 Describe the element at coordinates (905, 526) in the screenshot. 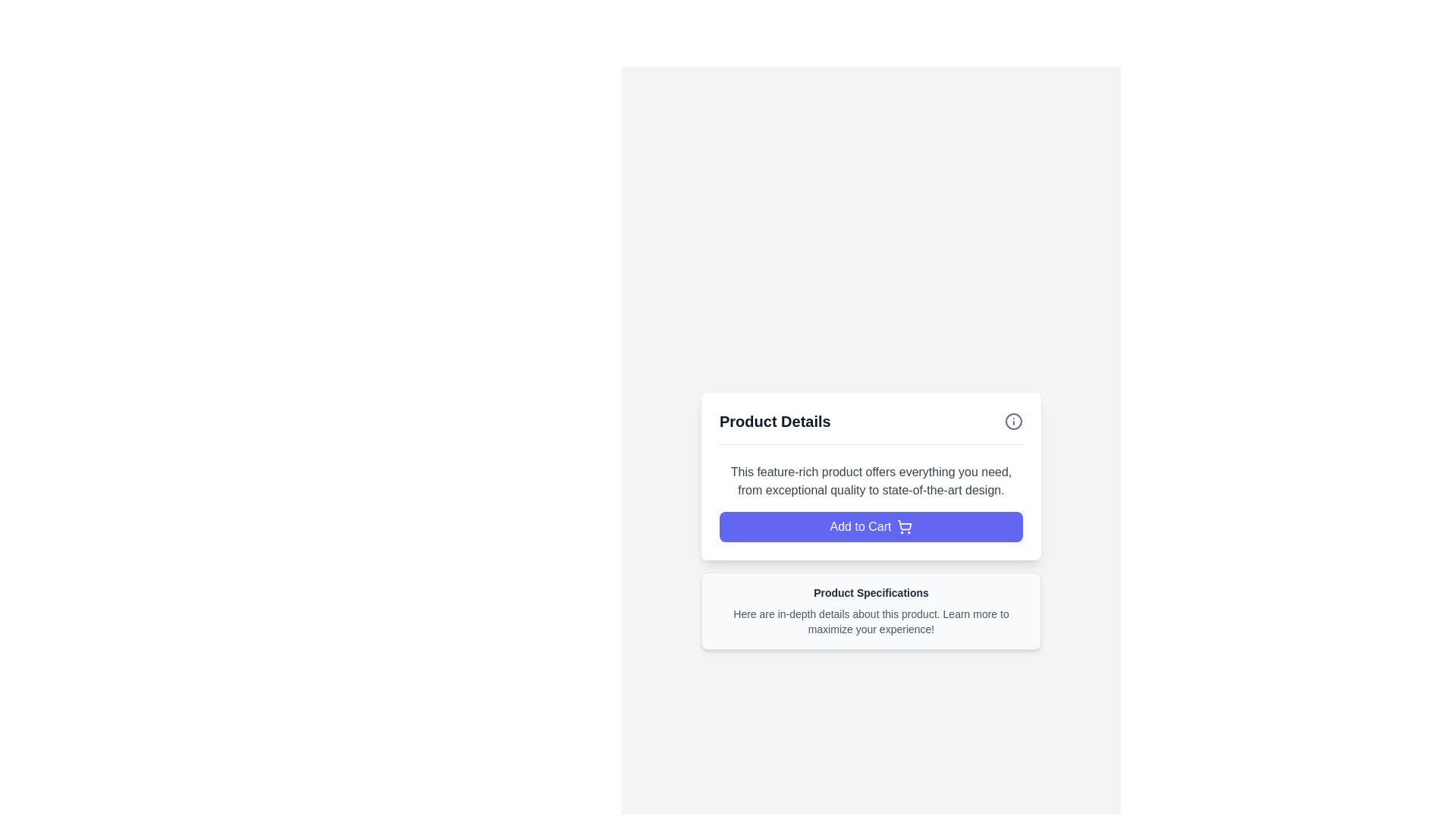

I see `the shopping cart icon, which is a wireframe cart with two wheels, located within the blue 'Add to Cart' button` at that location.